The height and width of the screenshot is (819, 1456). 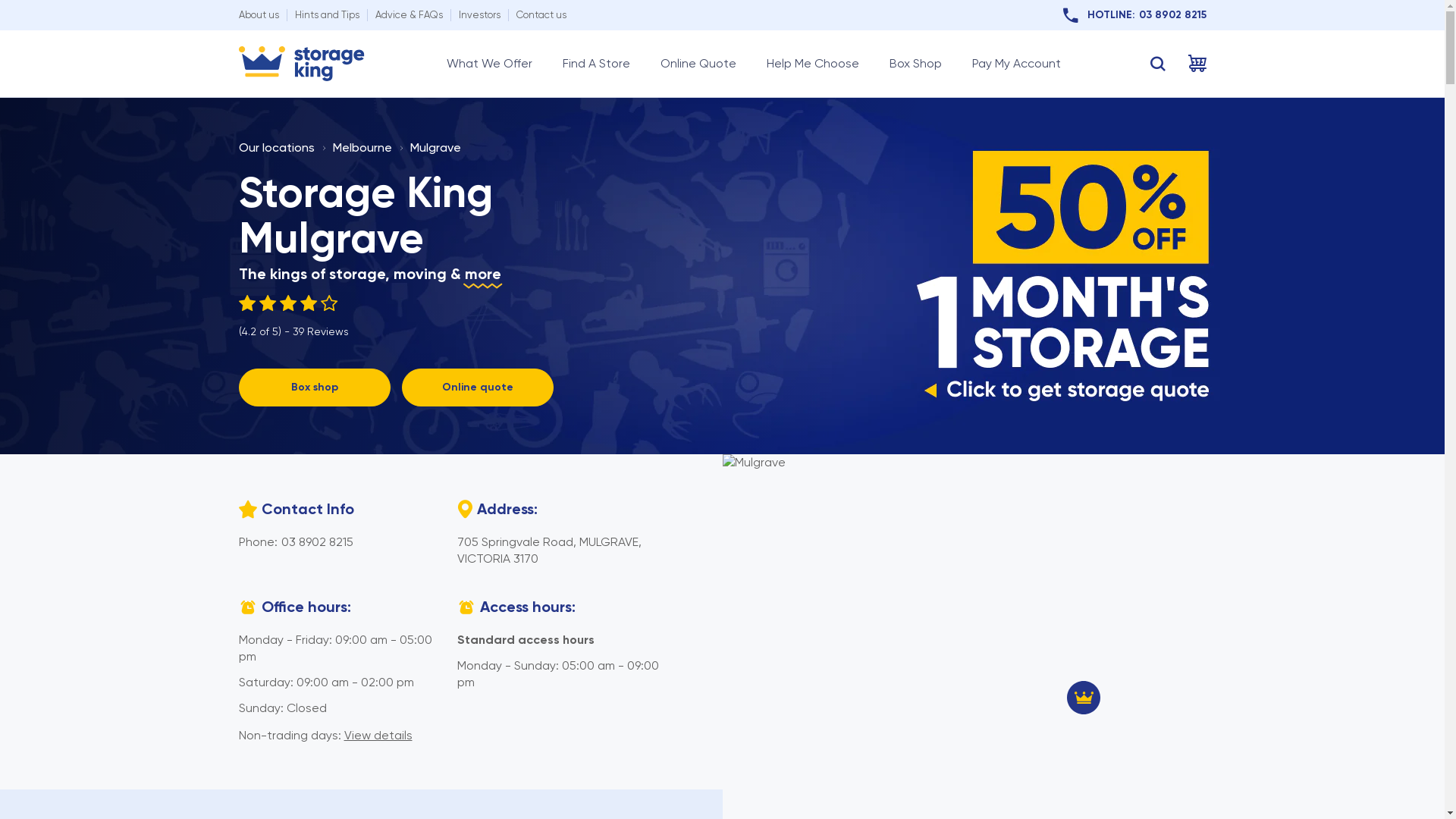 What do you see at coordinates (548, 550) in the screenshot?
I see `'705 Springvale Road, MULGRAVE, VICTORIA 3170'` at bounding box center [548, 550].